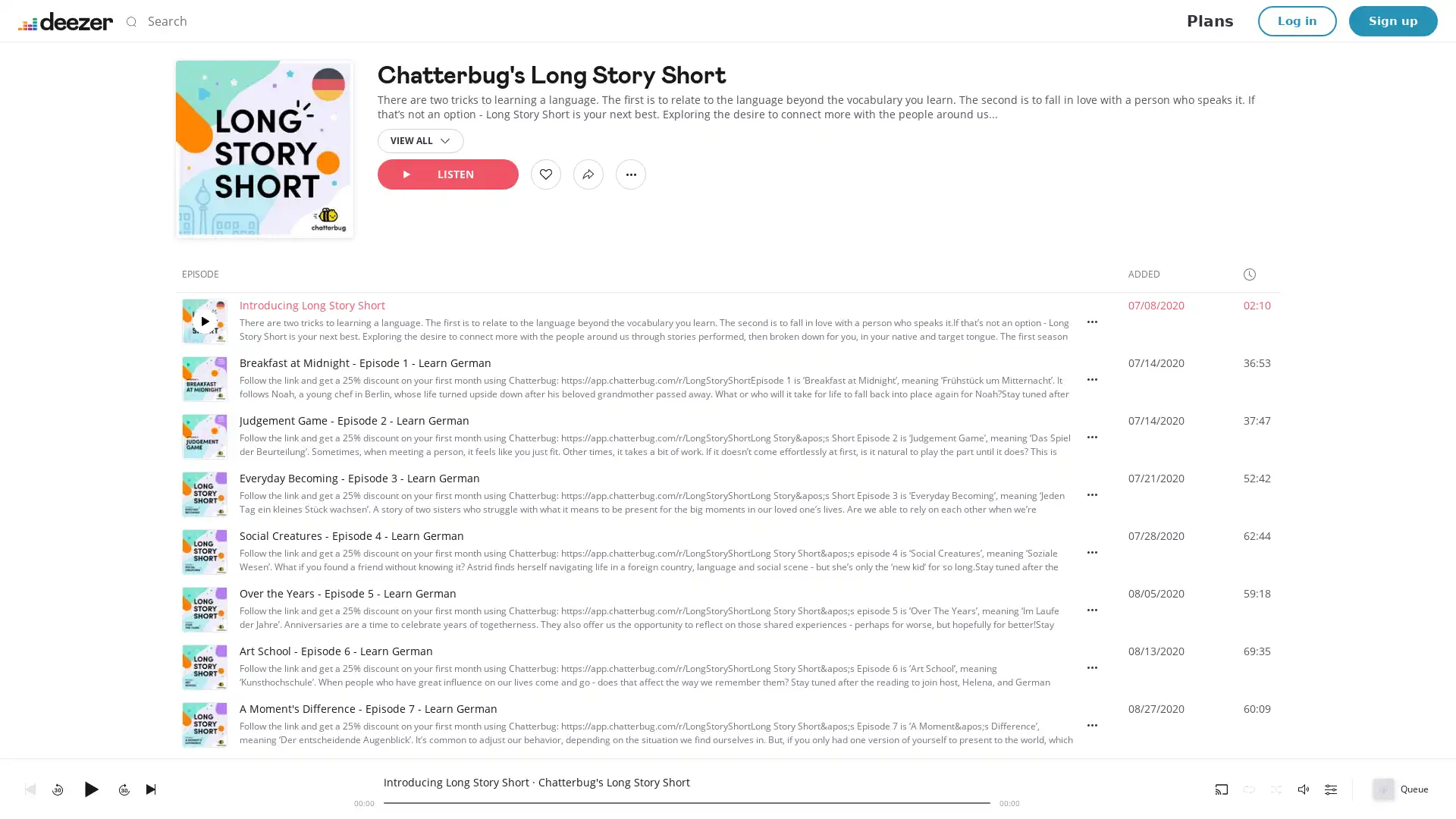  What do you see at coordinates (203, 436) in the screenshot?
I see `Play Judgement Game - Episode 2 - Learn German by Chatterbug's Long Story Short` at bounding box center [203, 436].